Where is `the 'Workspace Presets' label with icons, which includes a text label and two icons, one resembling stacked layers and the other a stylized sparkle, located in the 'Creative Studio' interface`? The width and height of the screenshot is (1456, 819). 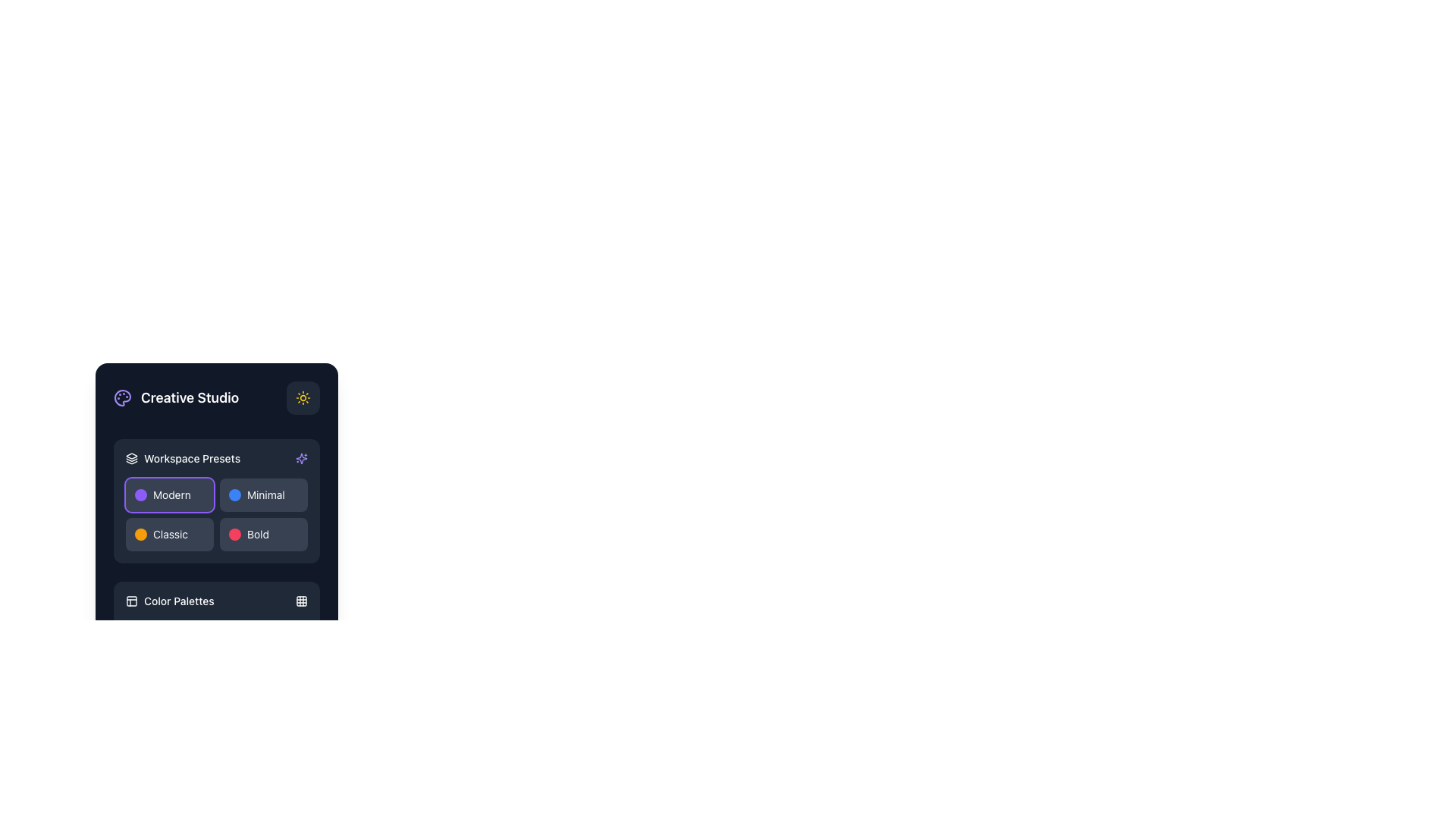 the 'Workspace Presets' label with icons, which includes a text label and two icons, one resembling stacked layers and the other a stylized sparkle, located in the 'Creative Studio' interface is located at coordinates (216, 458).